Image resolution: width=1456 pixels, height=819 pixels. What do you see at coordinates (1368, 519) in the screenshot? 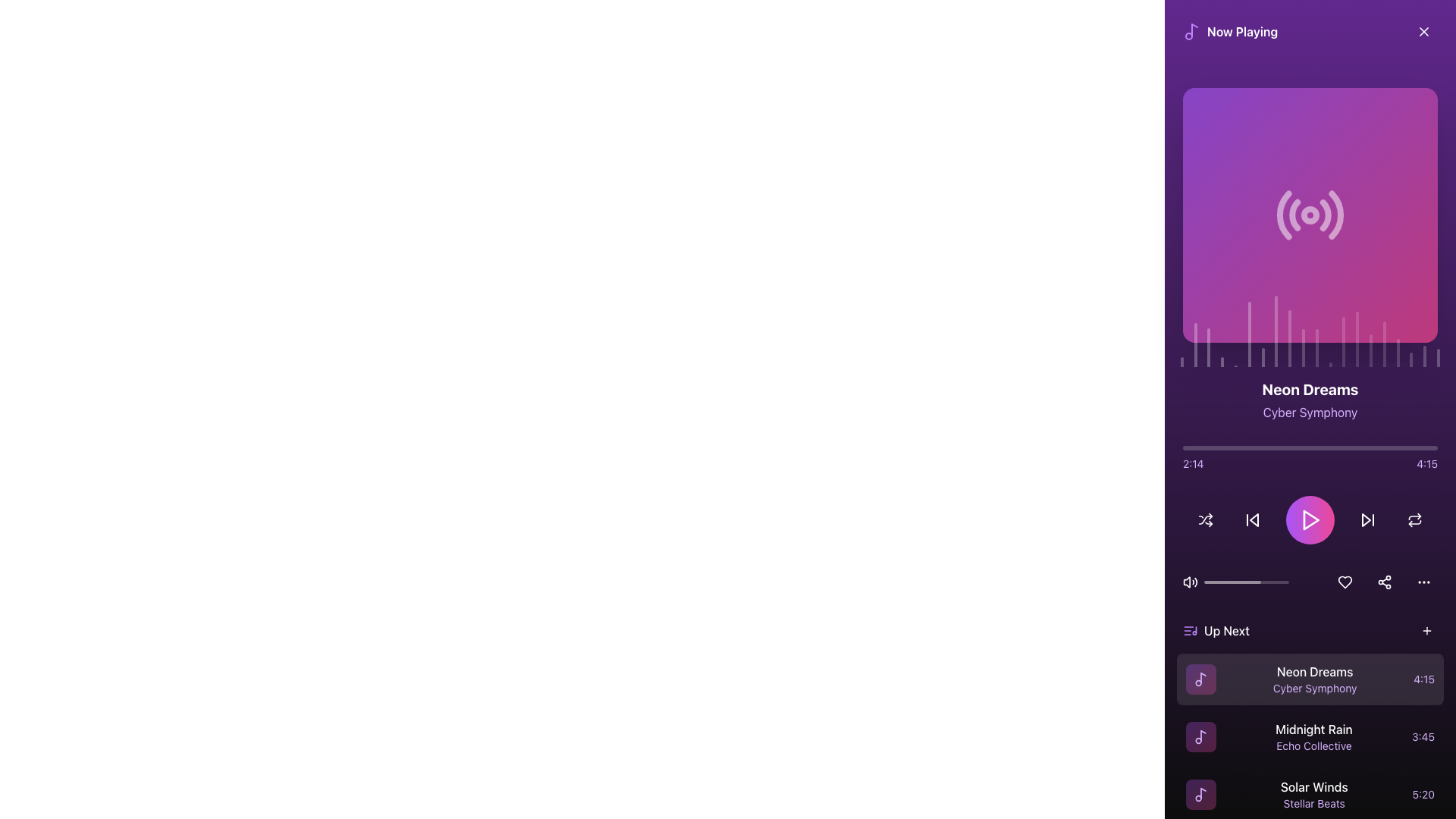
I see `the 'Skip Forward' button, which is a triangular play-like icon with a dark purple background, located in the bottom controls section of the interface` at bounding box center [1368, 519].